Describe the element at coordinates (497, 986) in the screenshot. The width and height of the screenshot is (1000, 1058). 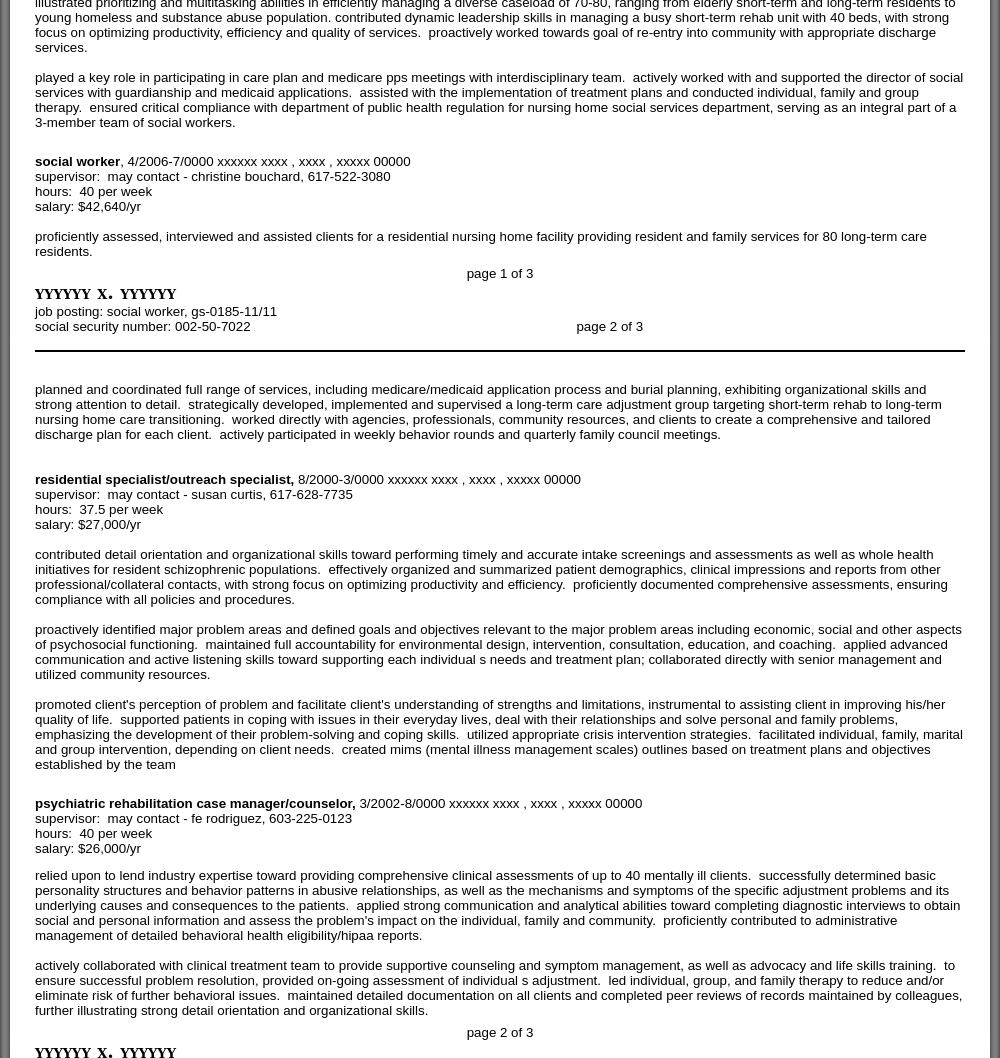
I see `'actively
collaborated with clinical treatment team to provide supportive counseling and
symptom management, as well as advocacy and life skills training.  to
ensure successful problem resolution, provided on-going assessment of
individual  s adjustment.  led individual, group, and family therapy to
reduce and/or eliminate risk of further behavioral issues.  maintained
detailed documentation on all clients and completed peer reviews of records
maintained by colleagues, further illustrating strong detail orientation and
organizational skills.'` at that location.